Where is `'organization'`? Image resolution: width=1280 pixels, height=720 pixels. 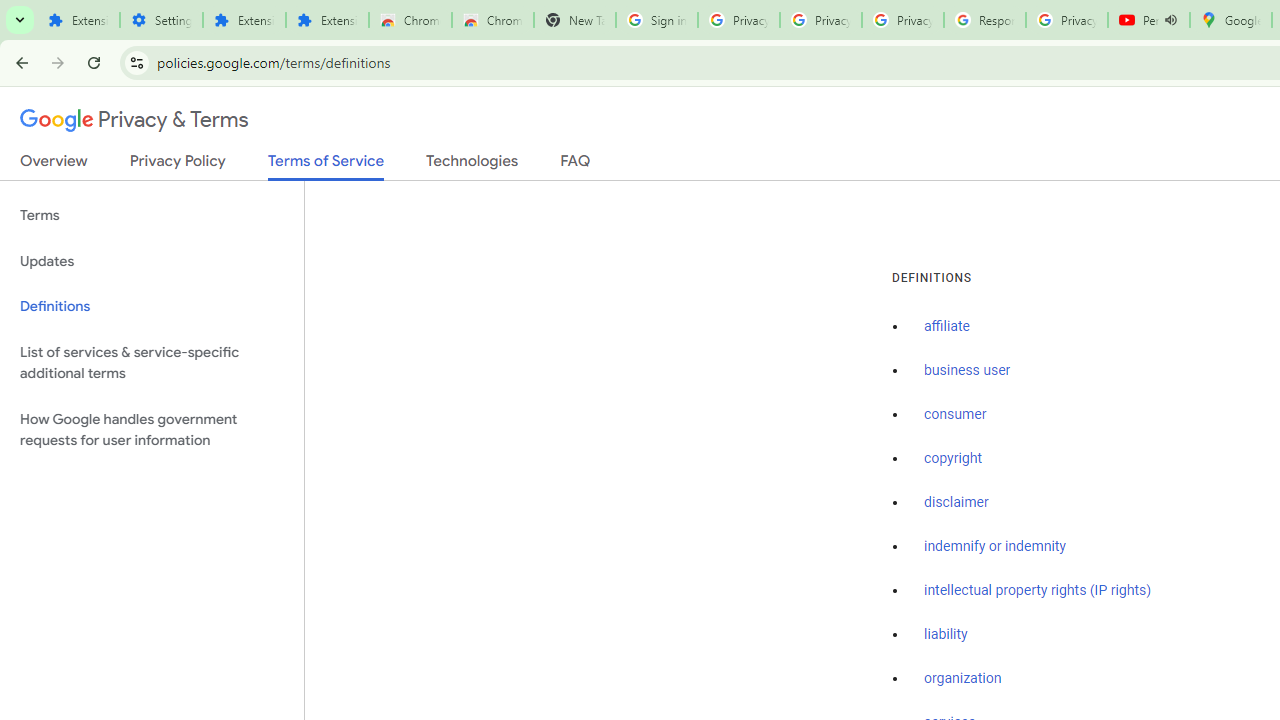 'organization' is located at coordinates (963, 678).